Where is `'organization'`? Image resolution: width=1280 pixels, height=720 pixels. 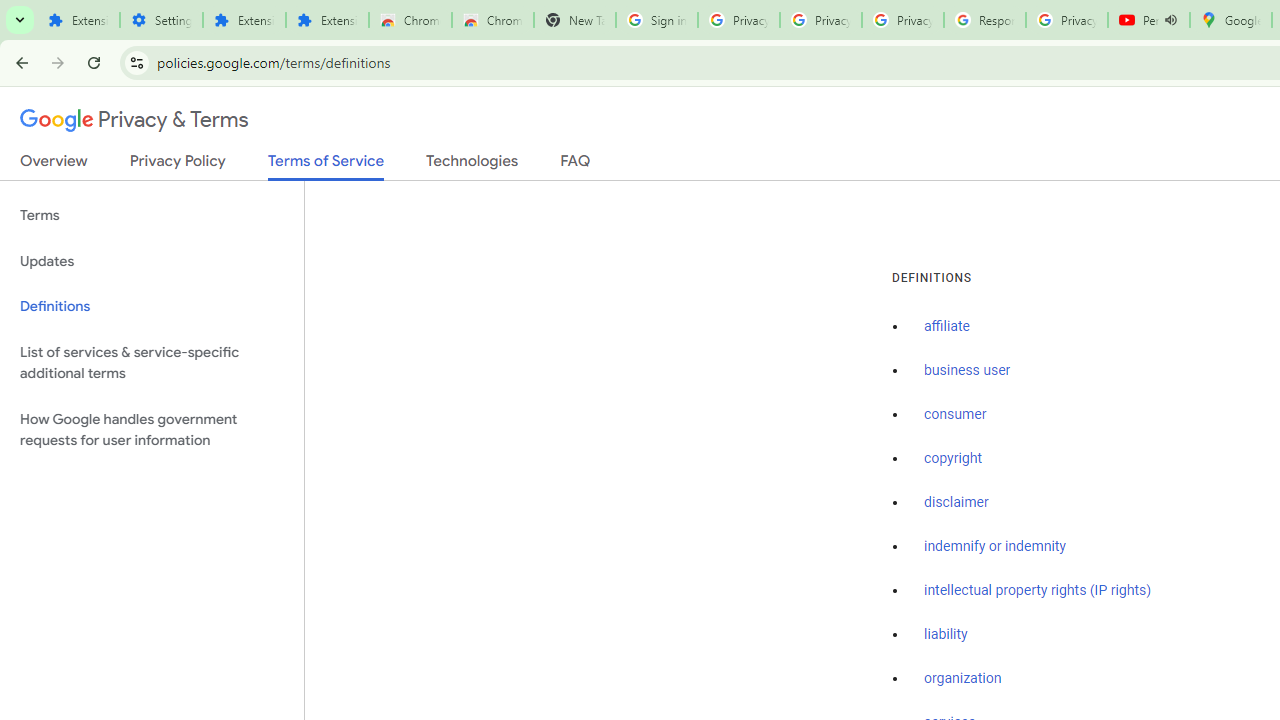 'organization' is located at coordinates (963, 678).